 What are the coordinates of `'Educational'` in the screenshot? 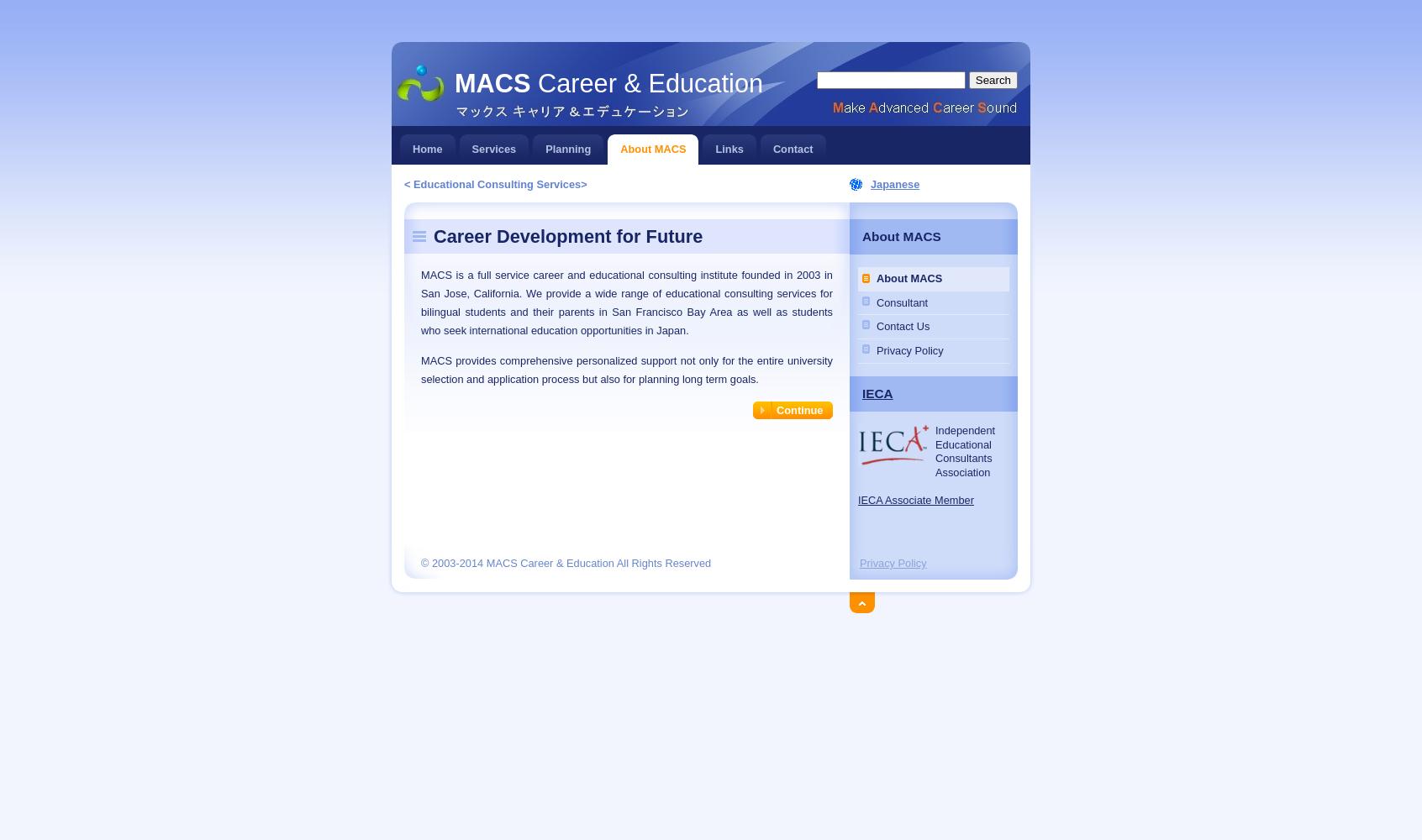 It's located at (935, 444).